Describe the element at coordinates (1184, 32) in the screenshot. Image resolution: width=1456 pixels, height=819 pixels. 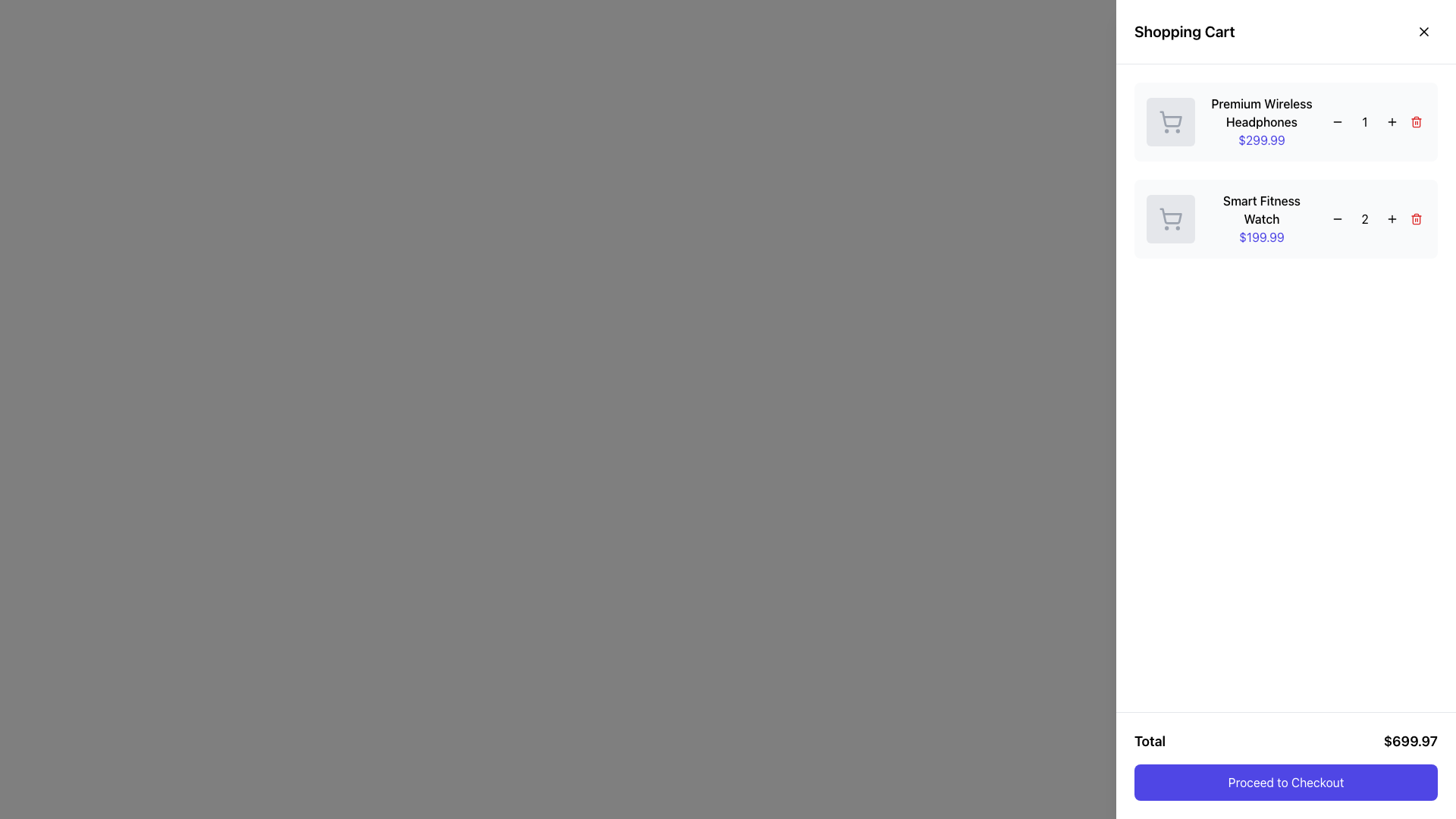
I see `the 'Shopping Cart' text label, which is styled with a bold font and located at the top-left corner of the header in the right panel of the interface` at that location.